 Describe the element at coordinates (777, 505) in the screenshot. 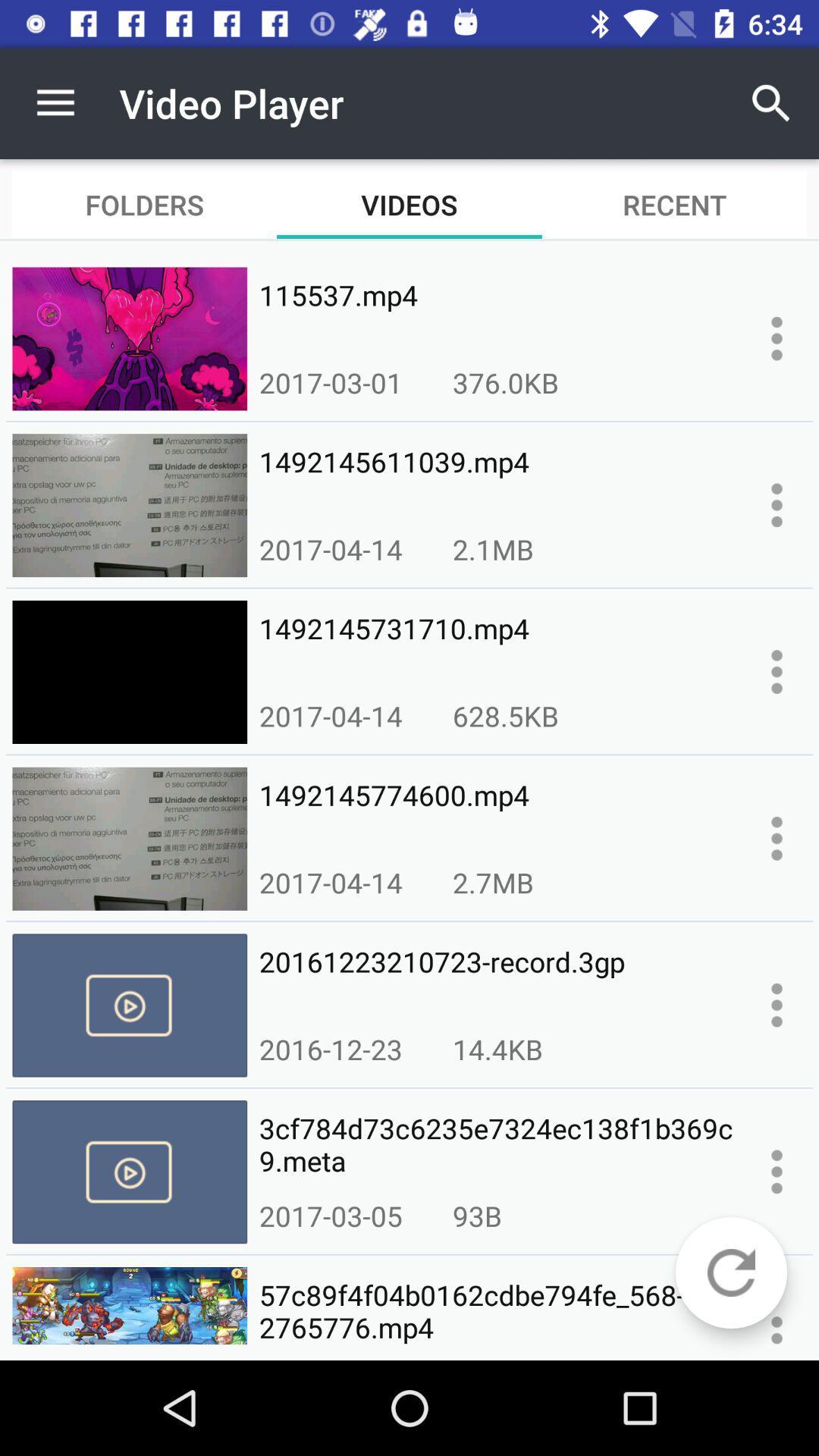

I see `options` at that location.